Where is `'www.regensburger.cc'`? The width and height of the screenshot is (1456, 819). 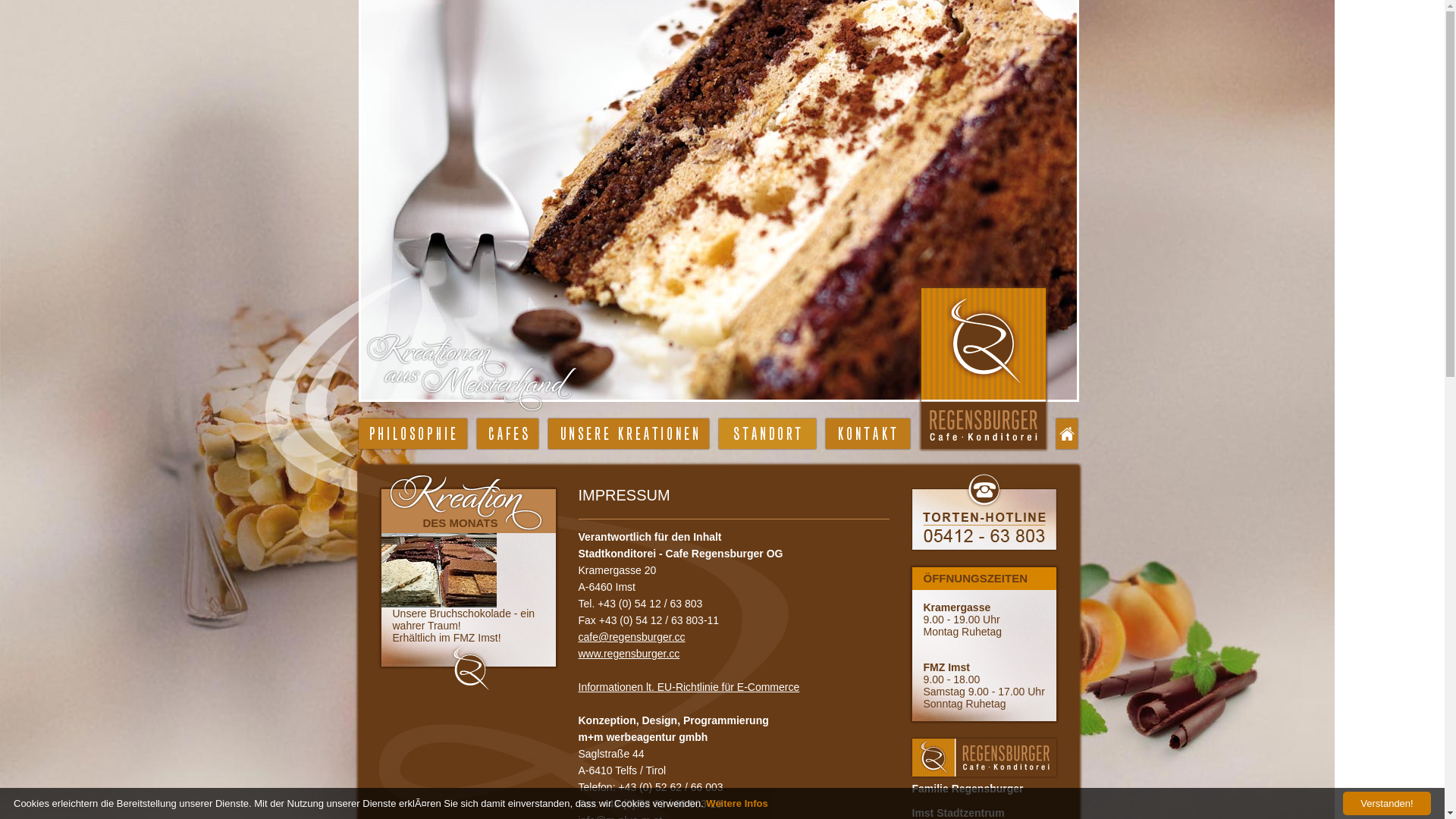 'www.regensburger.cc' is located at coordinates (577, 652).